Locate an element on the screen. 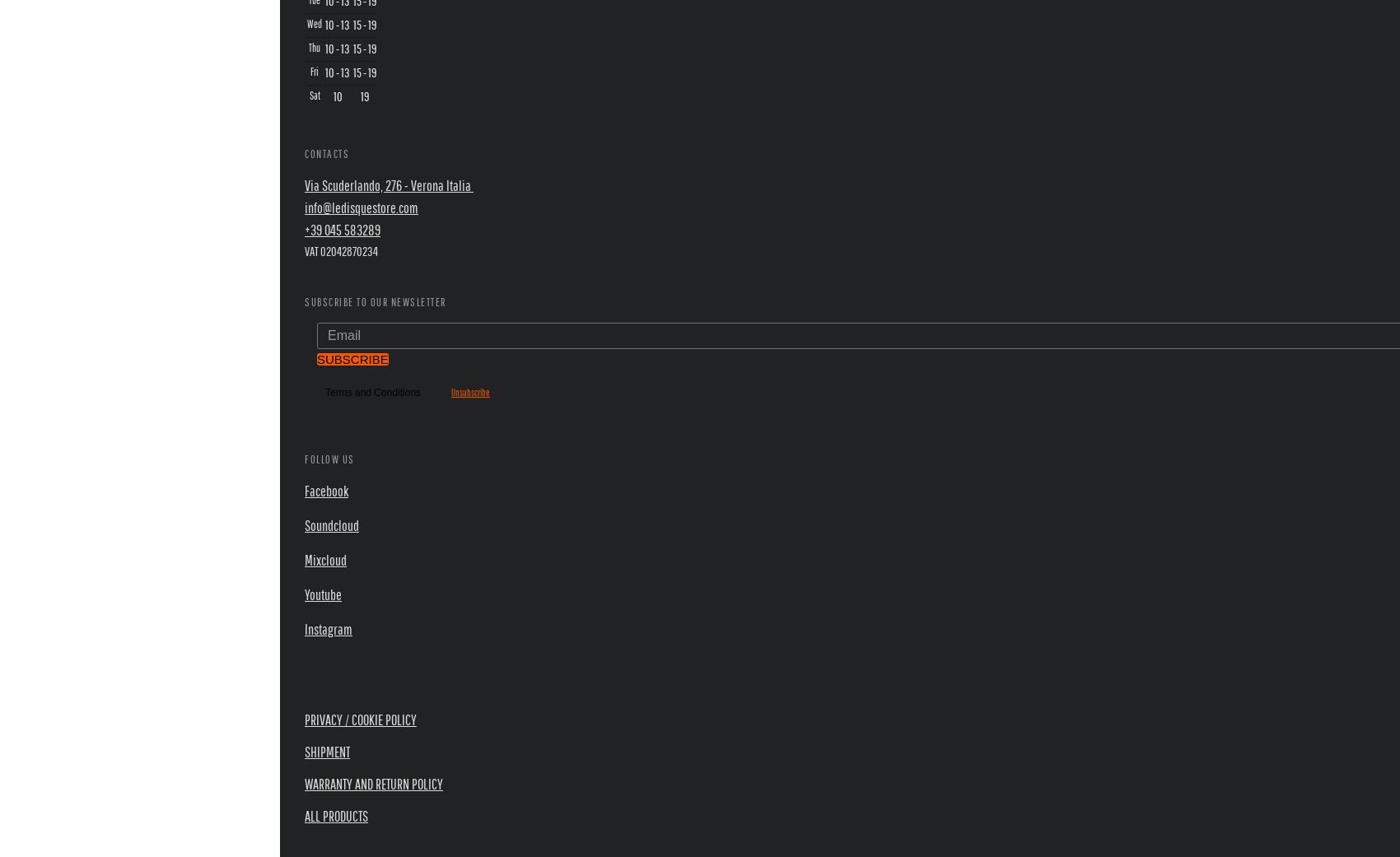 Image resolution: width=1400 pixels, height=857 pixels. 'Shipment' is located at coordinates (326, 751).